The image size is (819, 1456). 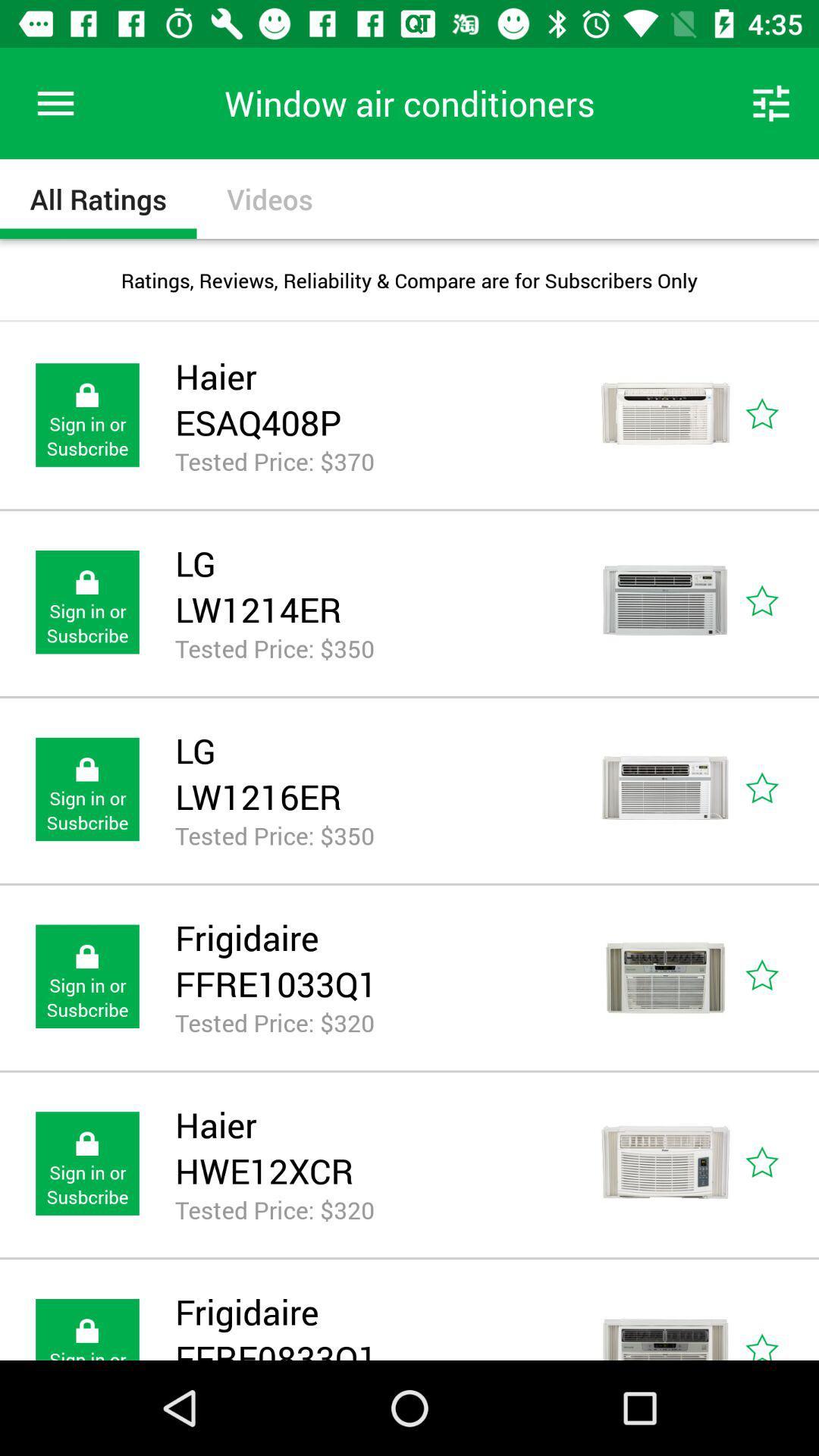 I want to click on to favorites, so click(x=779, y=1318).